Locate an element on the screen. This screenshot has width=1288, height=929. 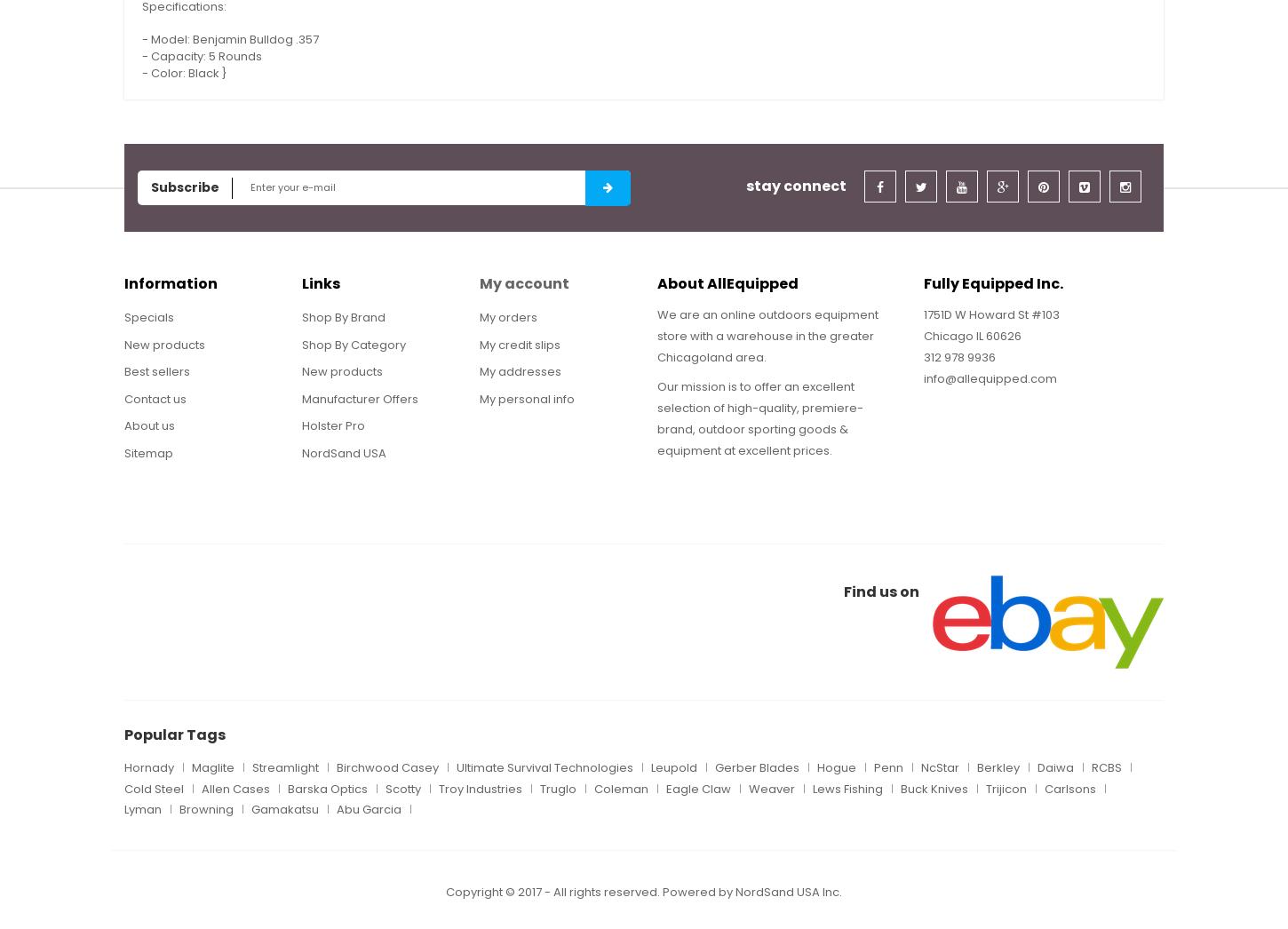
'Cold Steel' is located at coordinates (153, 787).